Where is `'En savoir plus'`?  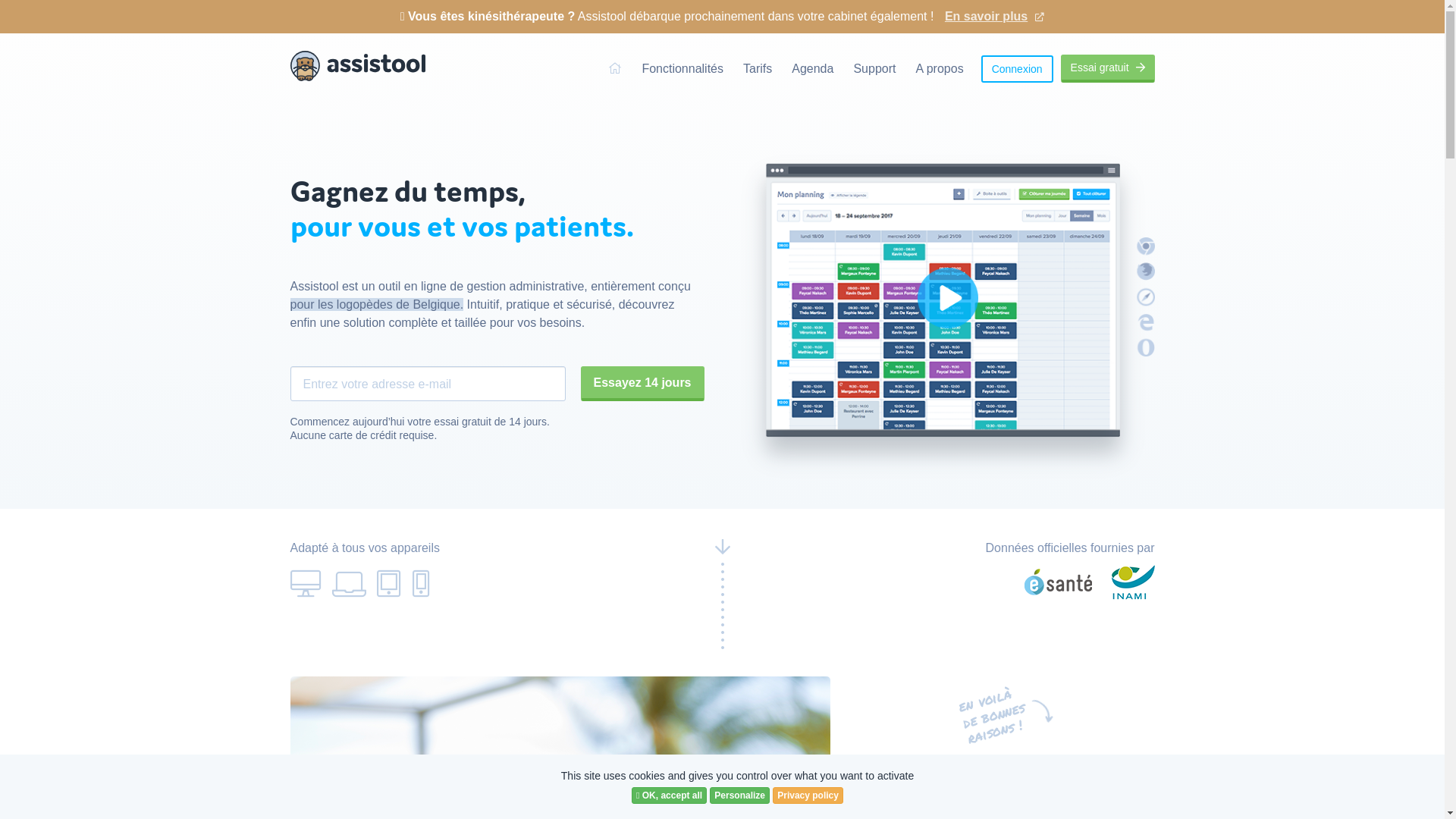
'En savoir plus' is located at coordinates (994, 10).